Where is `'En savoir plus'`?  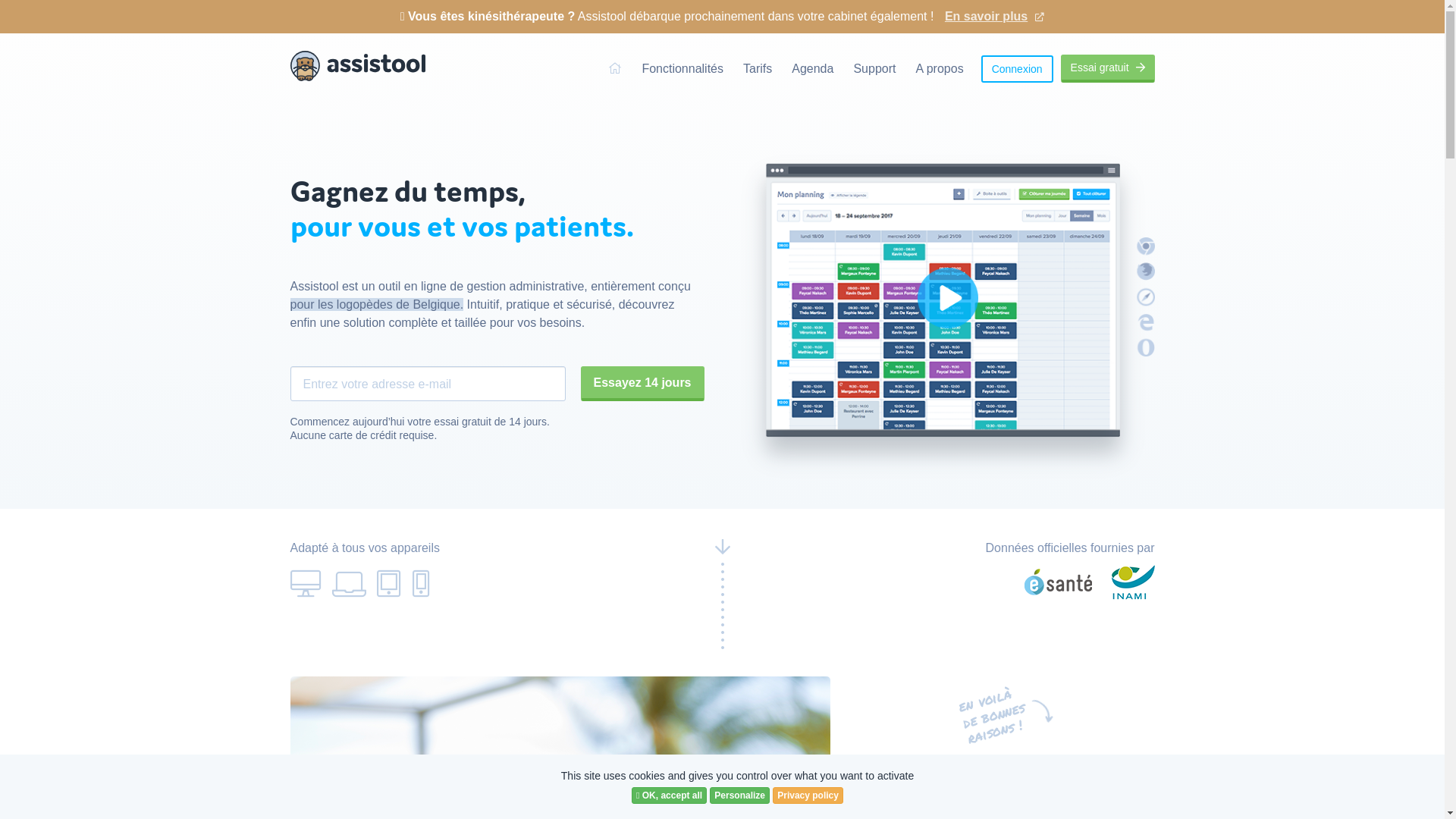
'En savoir plus' is located at coordinates (994, 10).